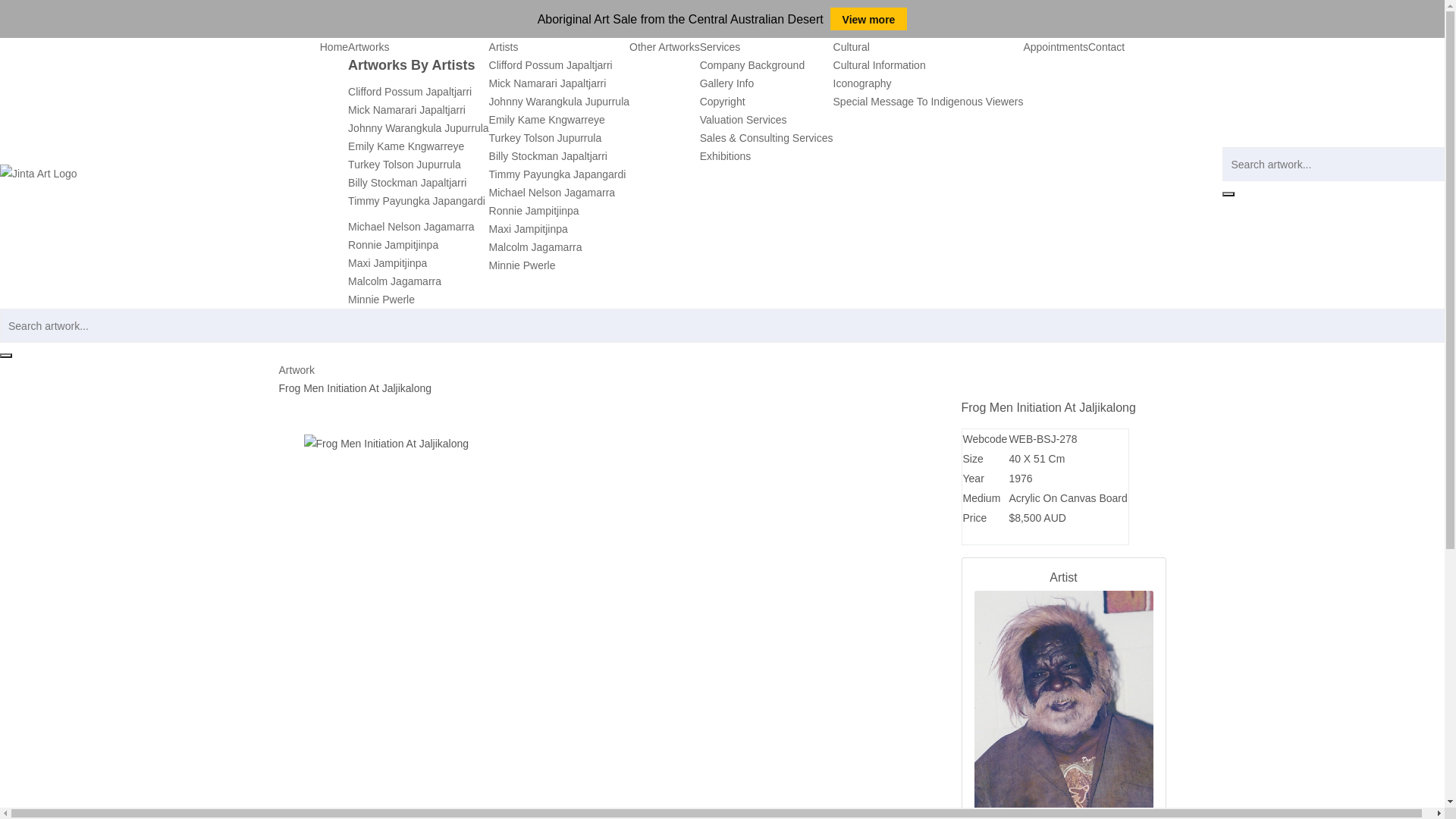 The width and height of the screenshot is (1456, 819). Describe the element at coordinates (522, 265) in the screenshot. I see `'Minnie Pwerle'` at that location.